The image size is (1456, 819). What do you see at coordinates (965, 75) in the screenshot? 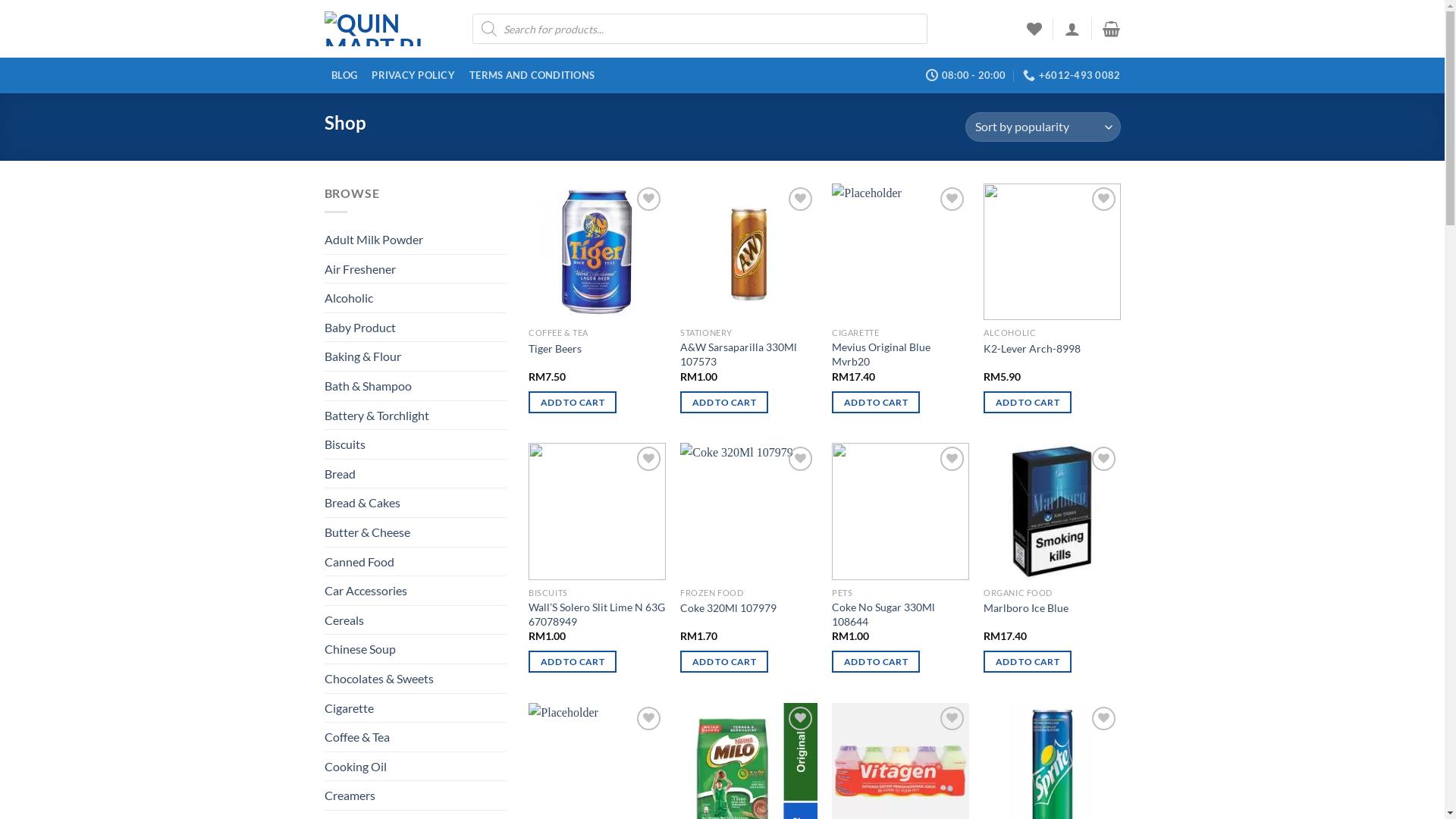
I see `'08:00 - 20:00'` at bounding box center [965, 75].